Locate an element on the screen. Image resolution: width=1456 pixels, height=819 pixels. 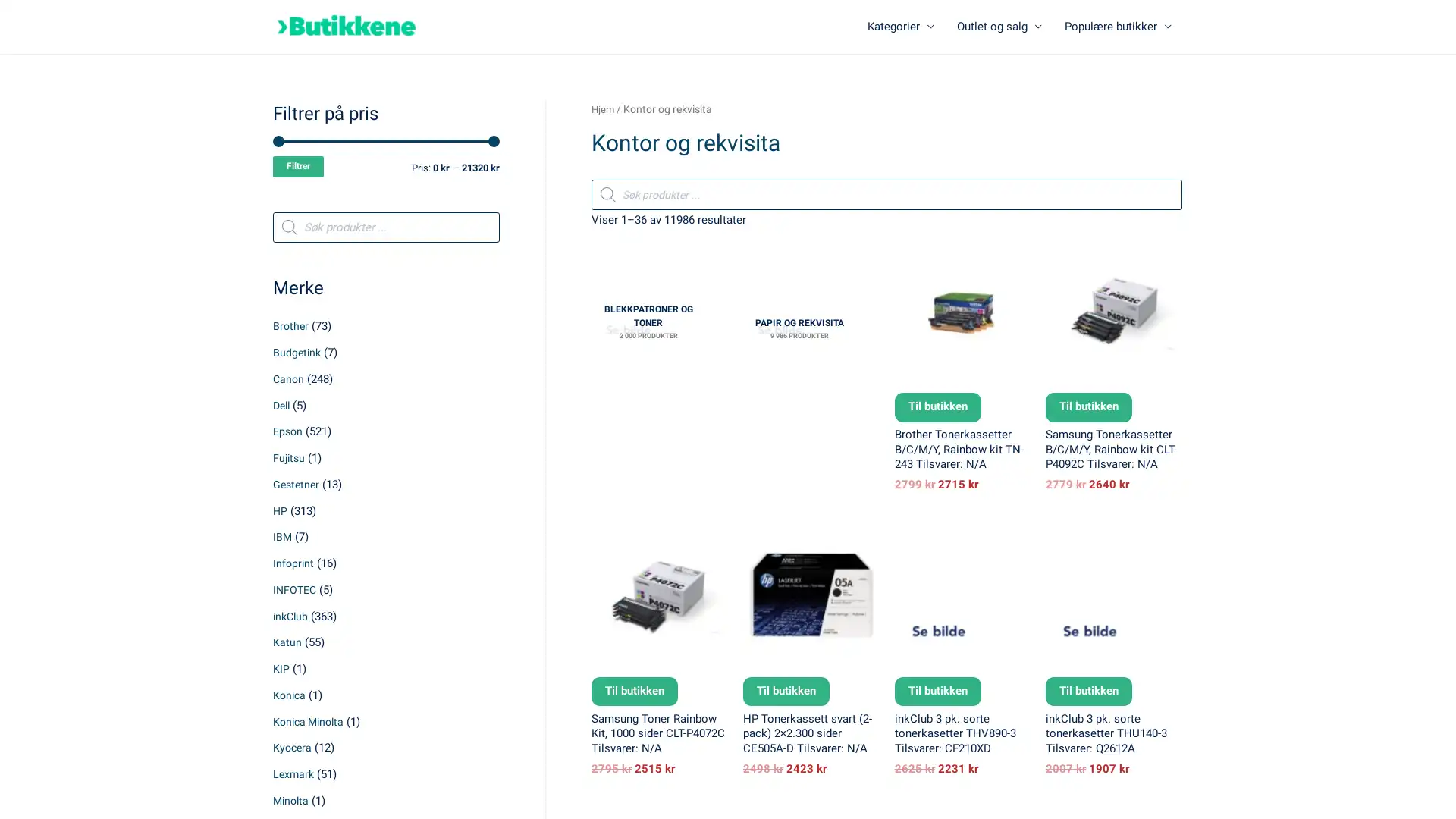
Filtrer is located at coordinates (298, 168).